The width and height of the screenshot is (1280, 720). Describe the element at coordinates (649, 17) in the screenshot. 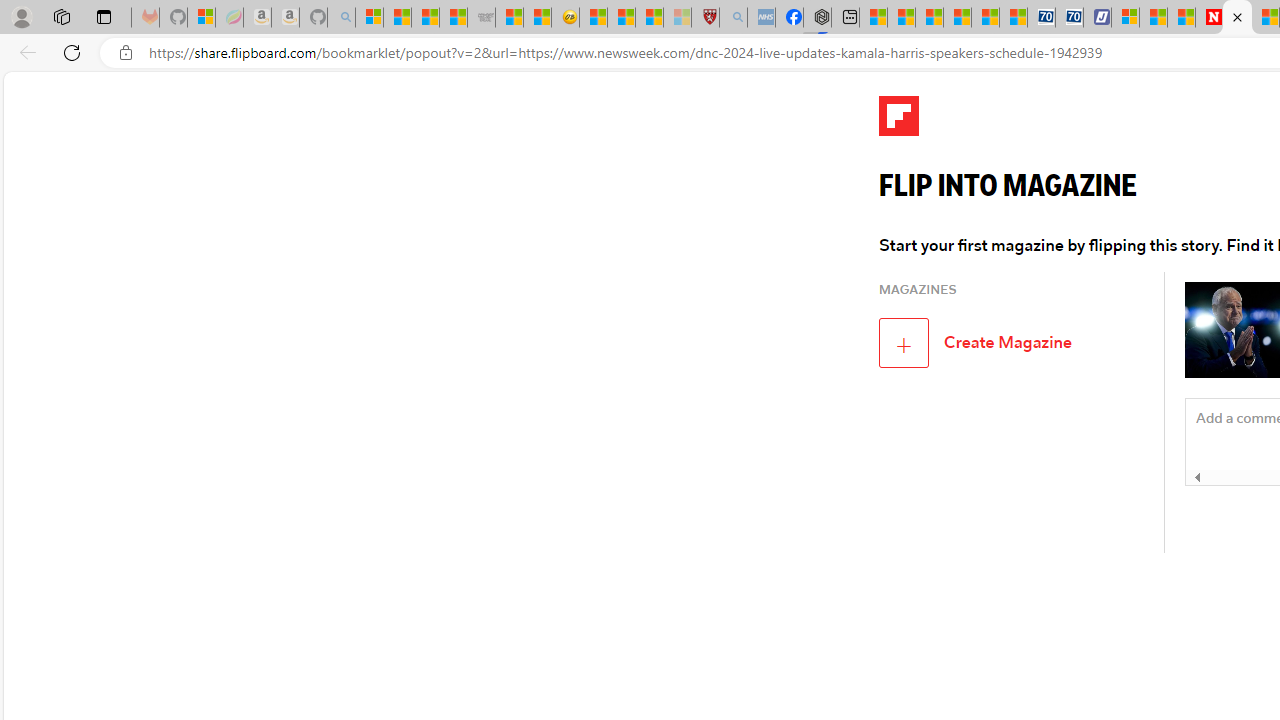

I see `'Science - MSN'` at that location.